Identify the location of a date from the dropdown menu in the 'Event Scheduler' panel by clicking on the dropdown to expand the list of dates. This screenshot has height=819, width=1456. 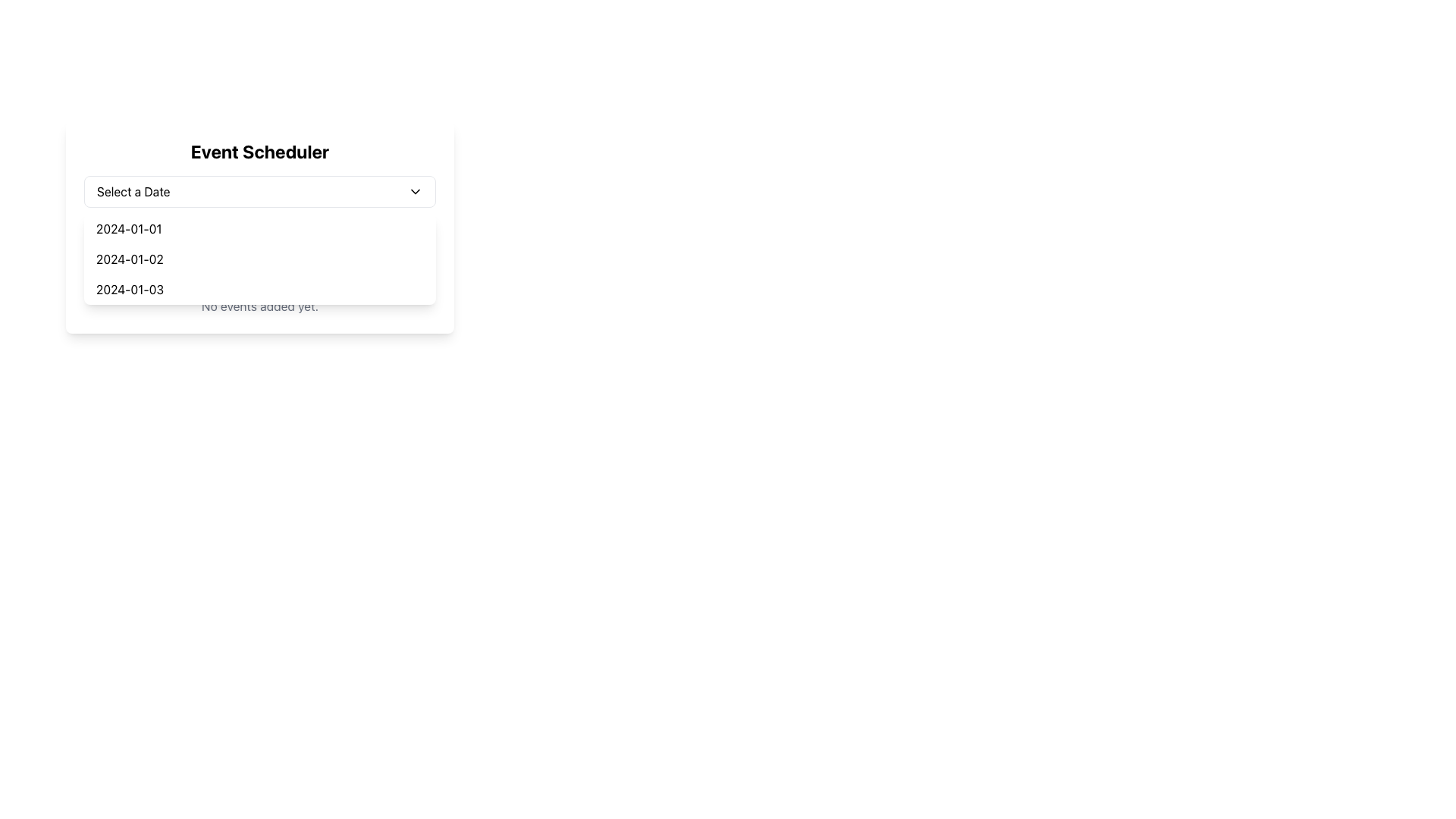
(259, 191).